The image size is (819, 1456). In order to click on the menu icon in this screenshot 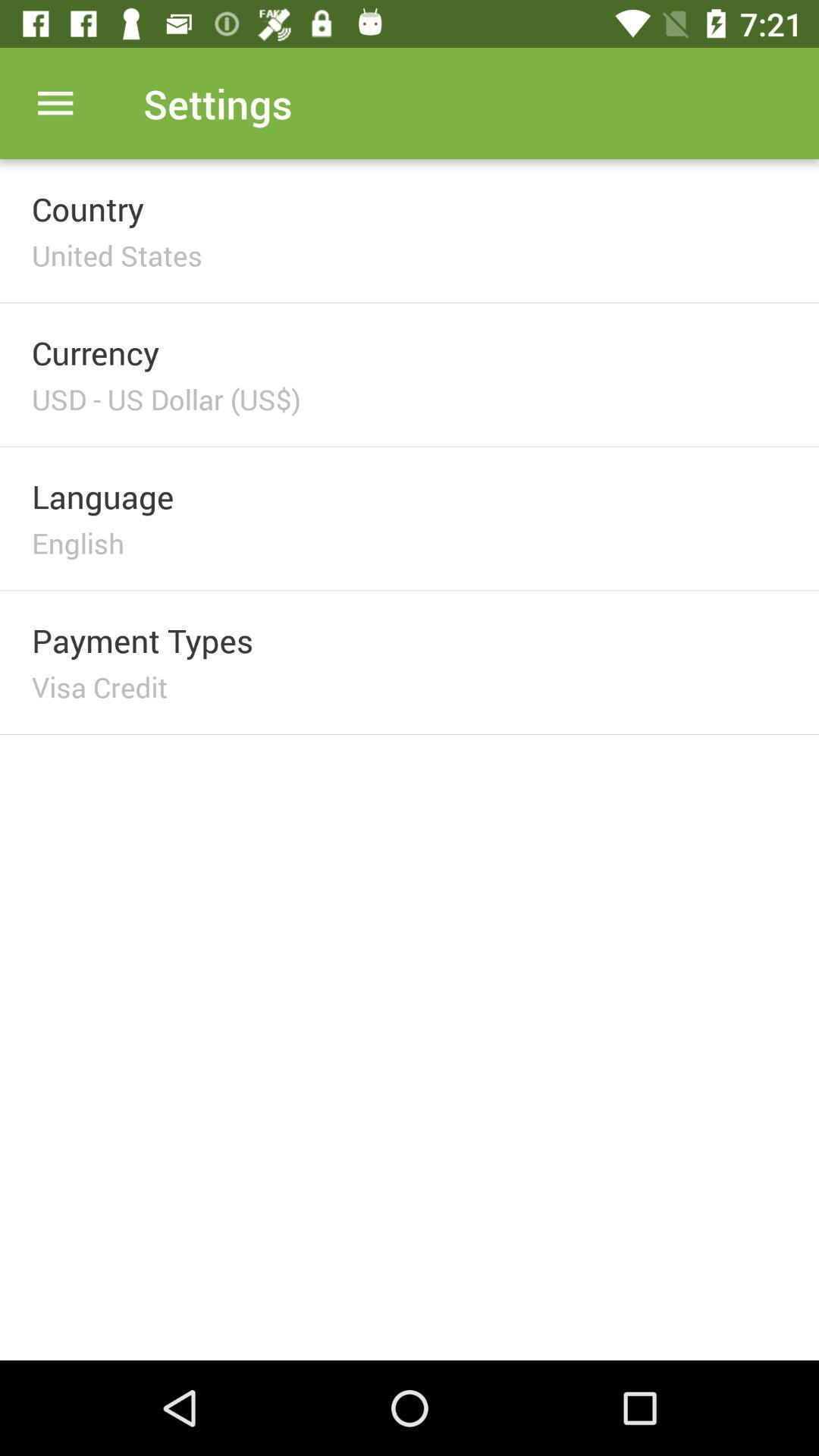, I will do `click(55, 102)`.